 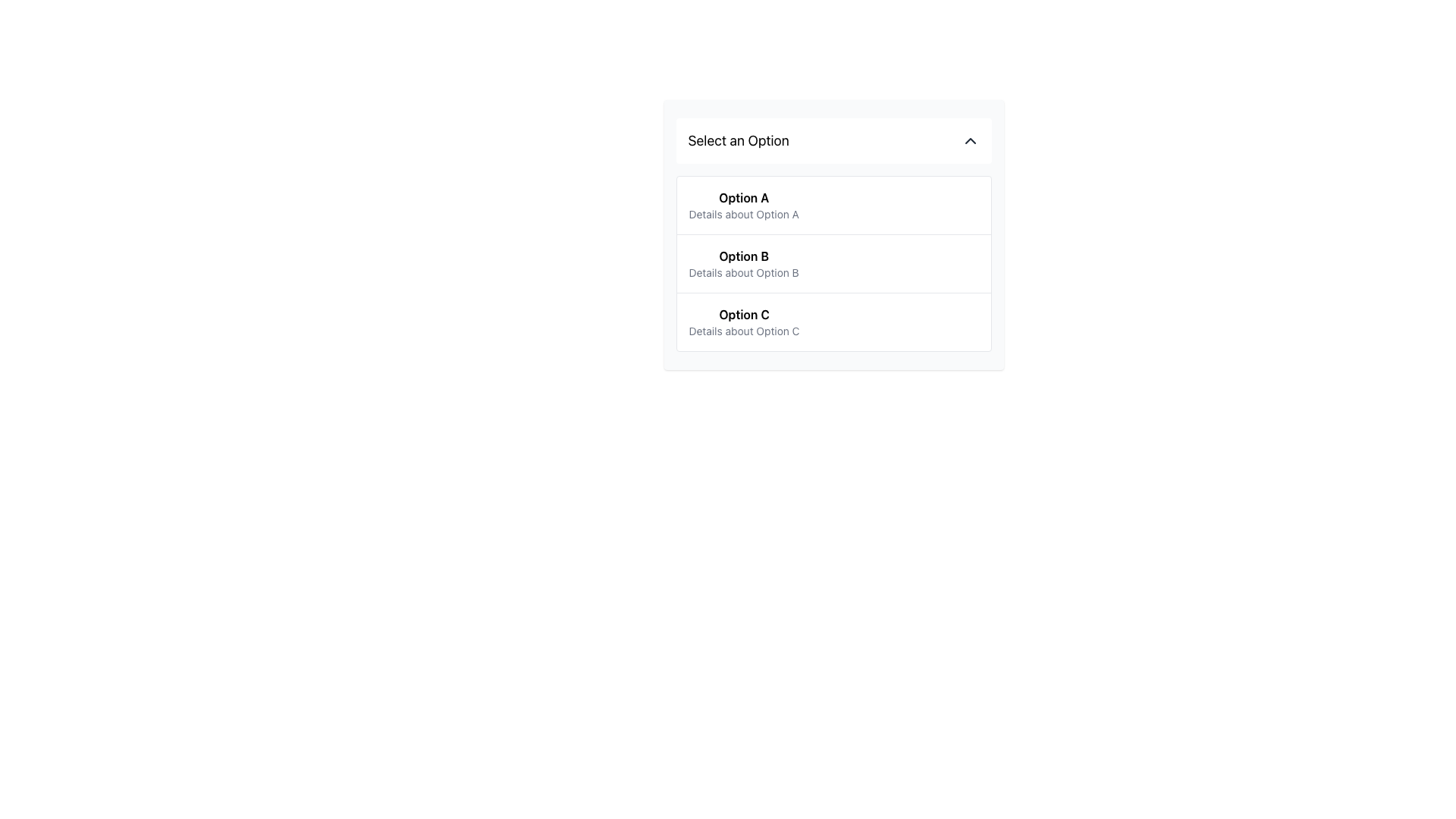 What do you see at coordinates (744, 271) in the screenshot?
I see `the static text label providing information for 'Option B' in the dropdown menu` at bounding box center [744, 271].